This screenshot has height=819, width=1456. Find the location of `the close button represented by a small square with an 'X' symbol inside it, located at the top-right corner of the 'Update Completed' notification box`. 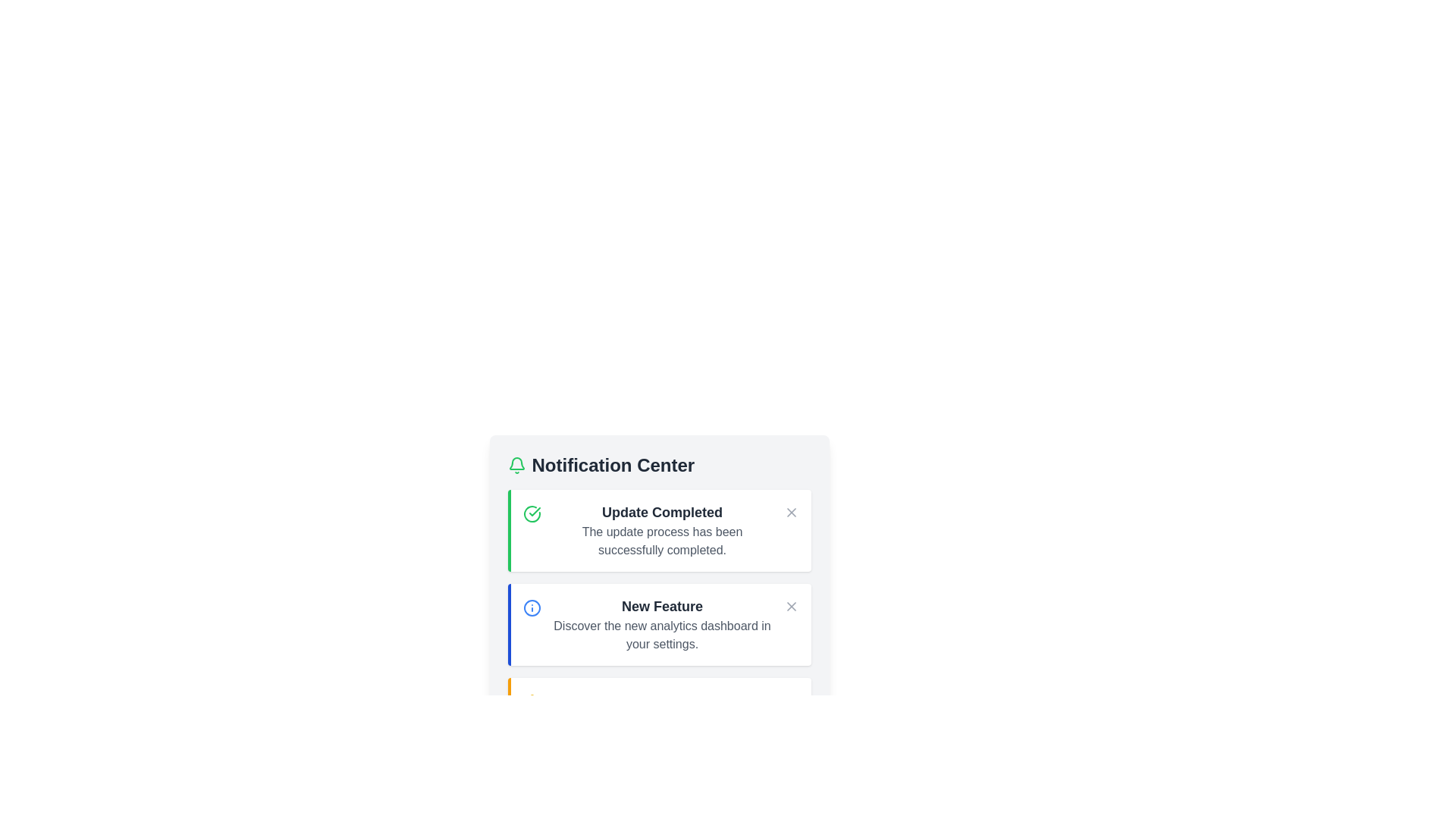

the close button represented by a small square with an 'X' symbol inside it, located at the top-right corner of the 'Update Completed' notification box is located at coordinates (790, 512).